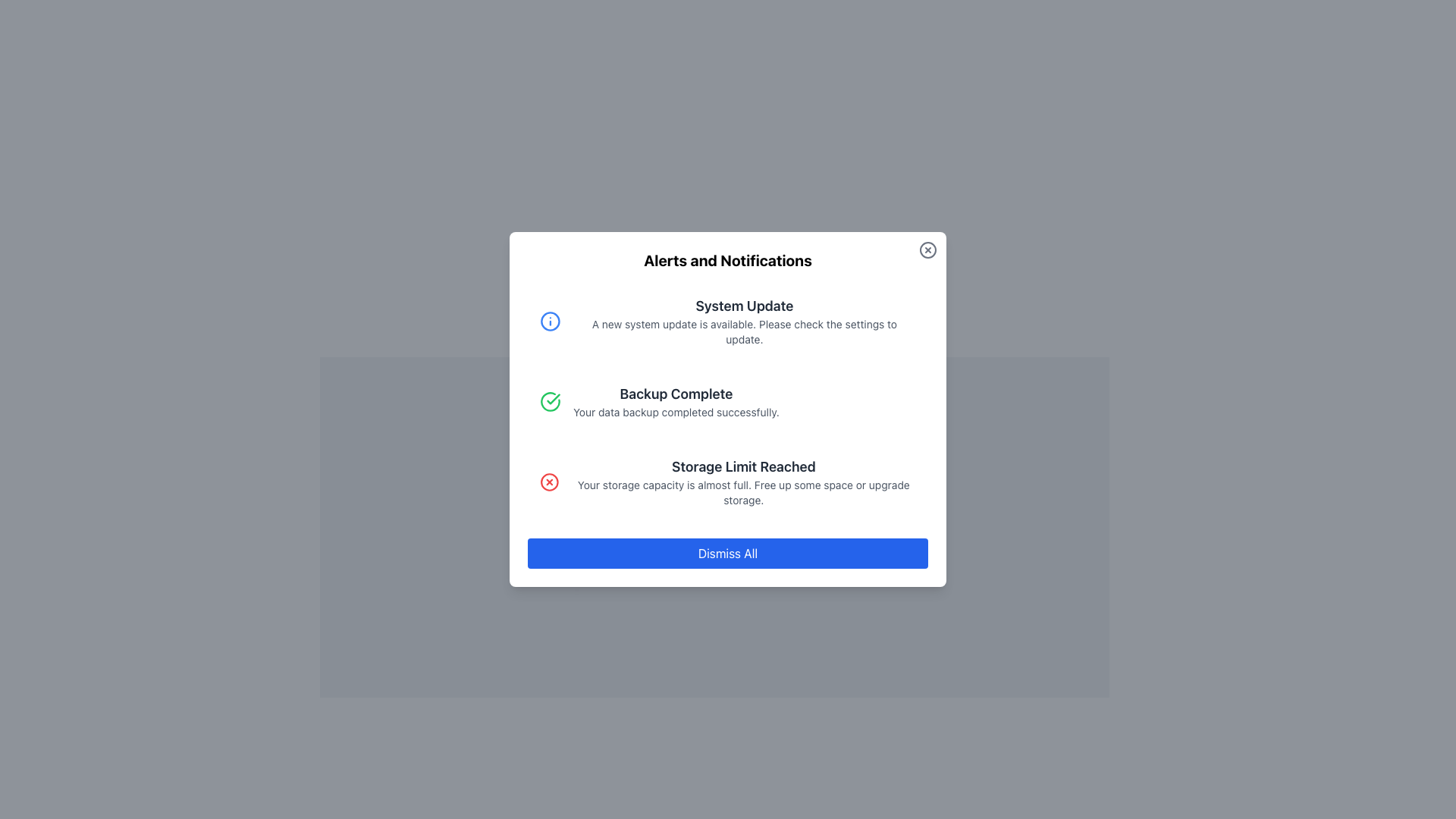 This screenshot has height=819, width=1456. What do you see at coordinates (675, 400) in the screenshot?
I see `the second notification message indicating that the data backup process has been completed successfully in the 'Alerts and Notifications' modal window` at bounding box center [675, 400].